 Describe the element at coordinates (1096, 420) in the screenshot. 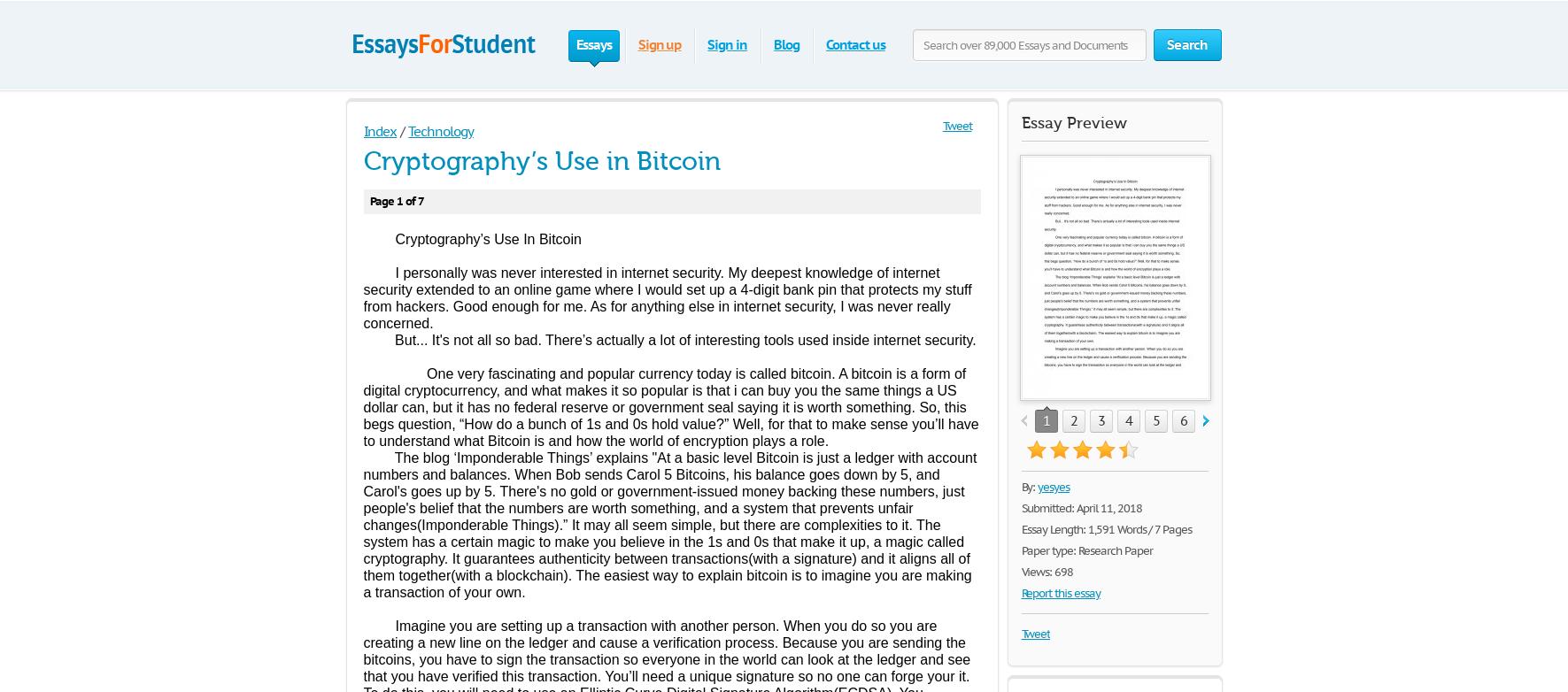

I see `'3'` at that location.